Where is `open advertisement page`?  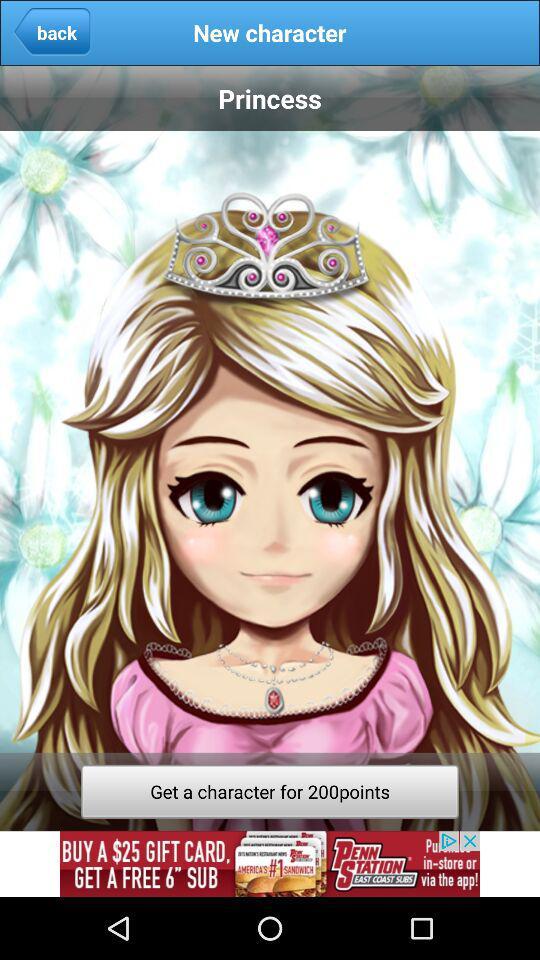 open advertisement page is located at coordinates (270, 863).